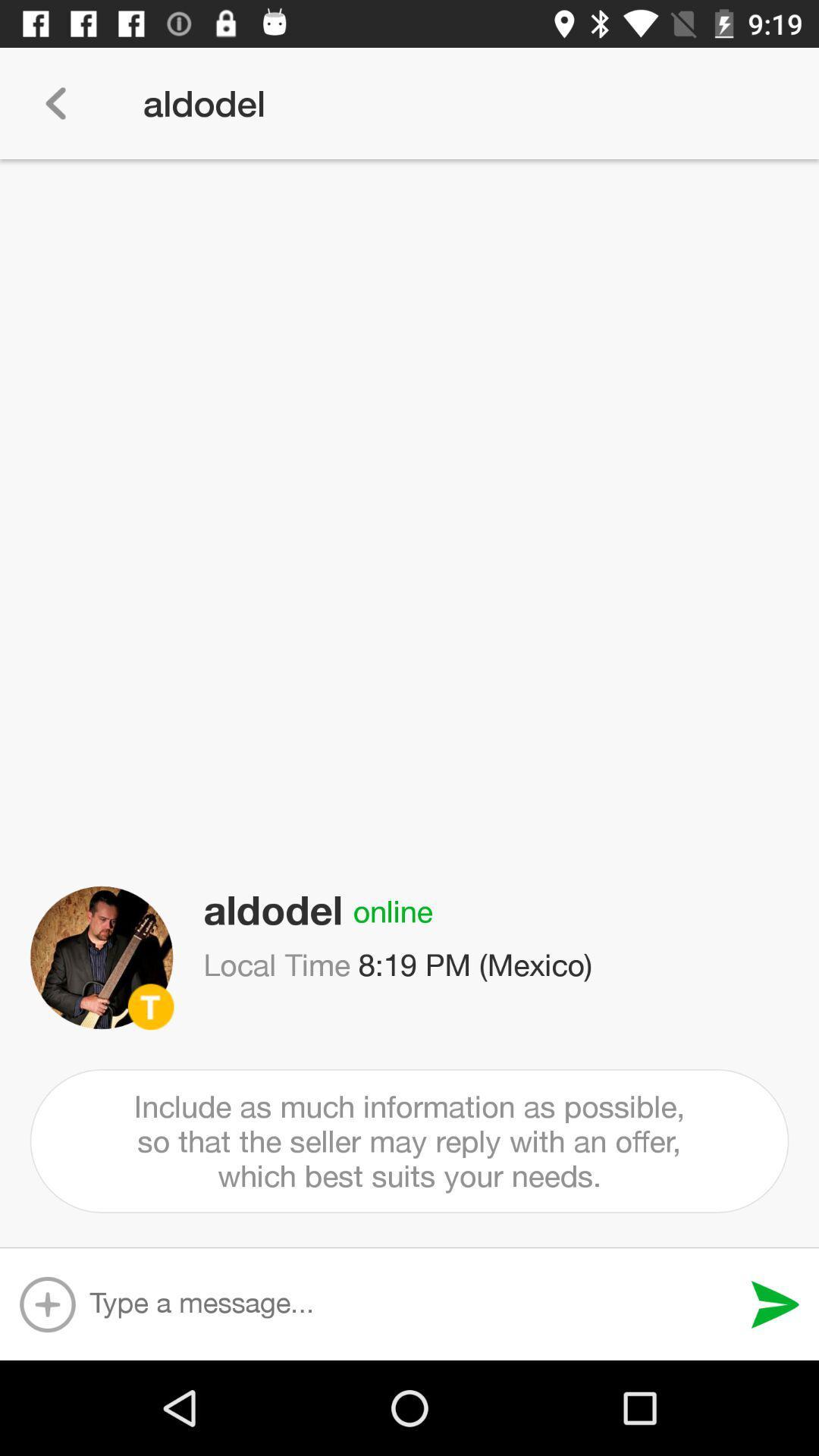 Image resolution: width=819 pixels, height=1456 pixels. Describe the element at coordinates (775, 1304) in the screenshot. I see `send message` at that location.